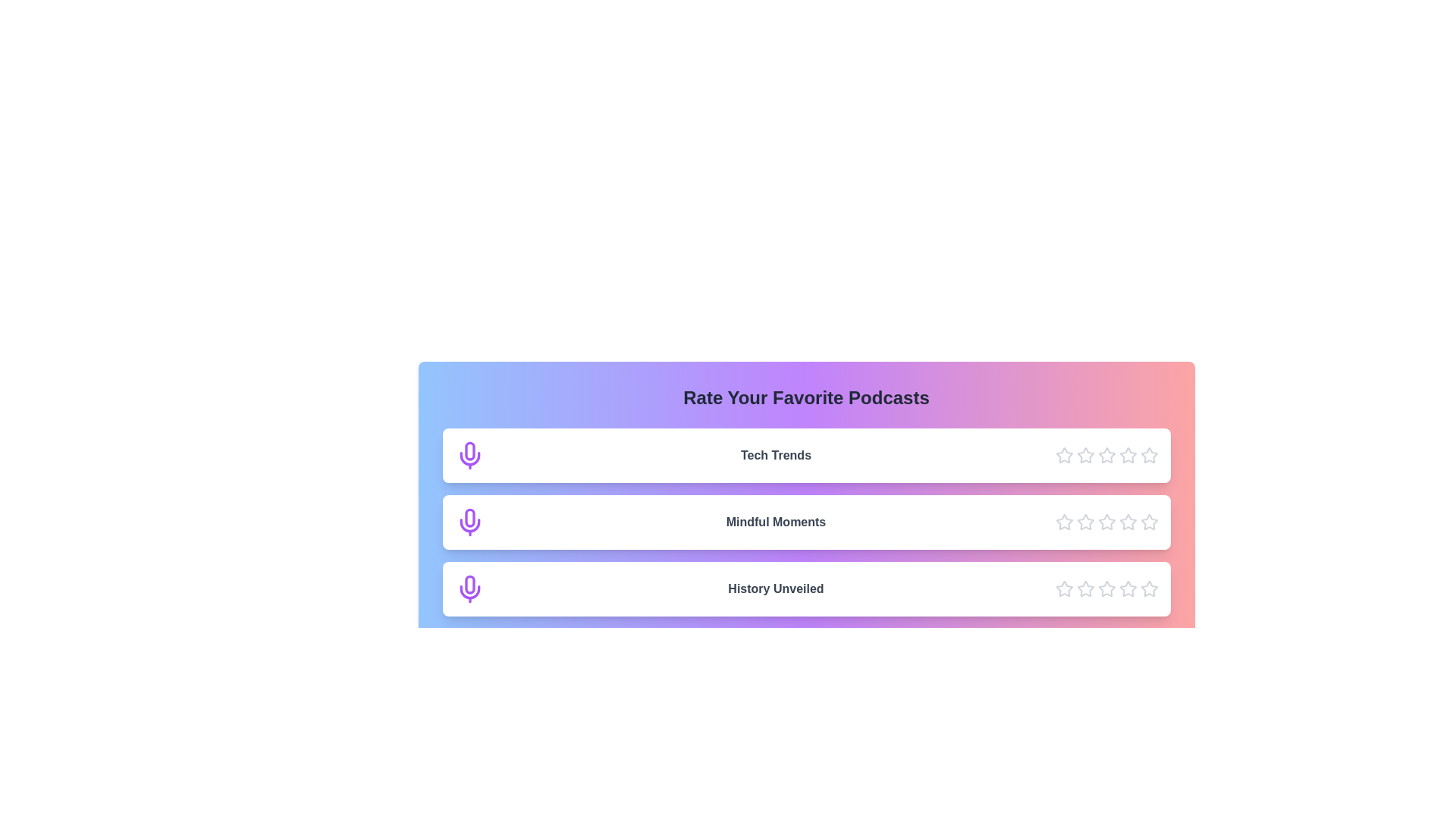 The image size is (1456, 819). I want to click on the star icon corresponding to 2 stars for the podcast History Unveiled, so click(1084, 588).